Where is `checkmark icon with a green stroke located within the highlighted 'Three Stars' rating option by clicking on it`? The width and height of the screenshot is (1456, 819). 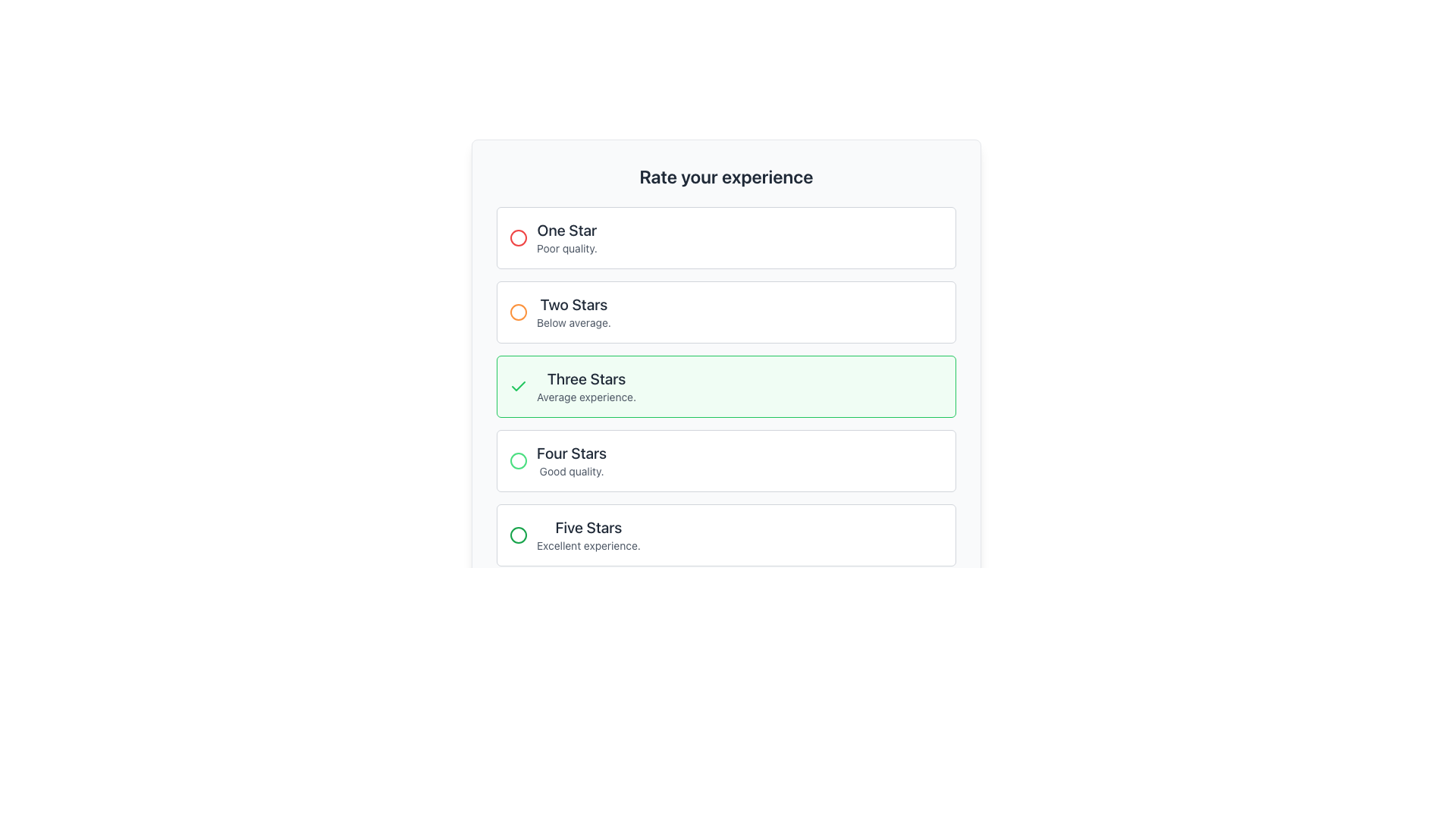 checkmark icon with a green stroke located within the highlighted 'Three Stars' rating option by clicking on it is located at coordinates (519, 385).